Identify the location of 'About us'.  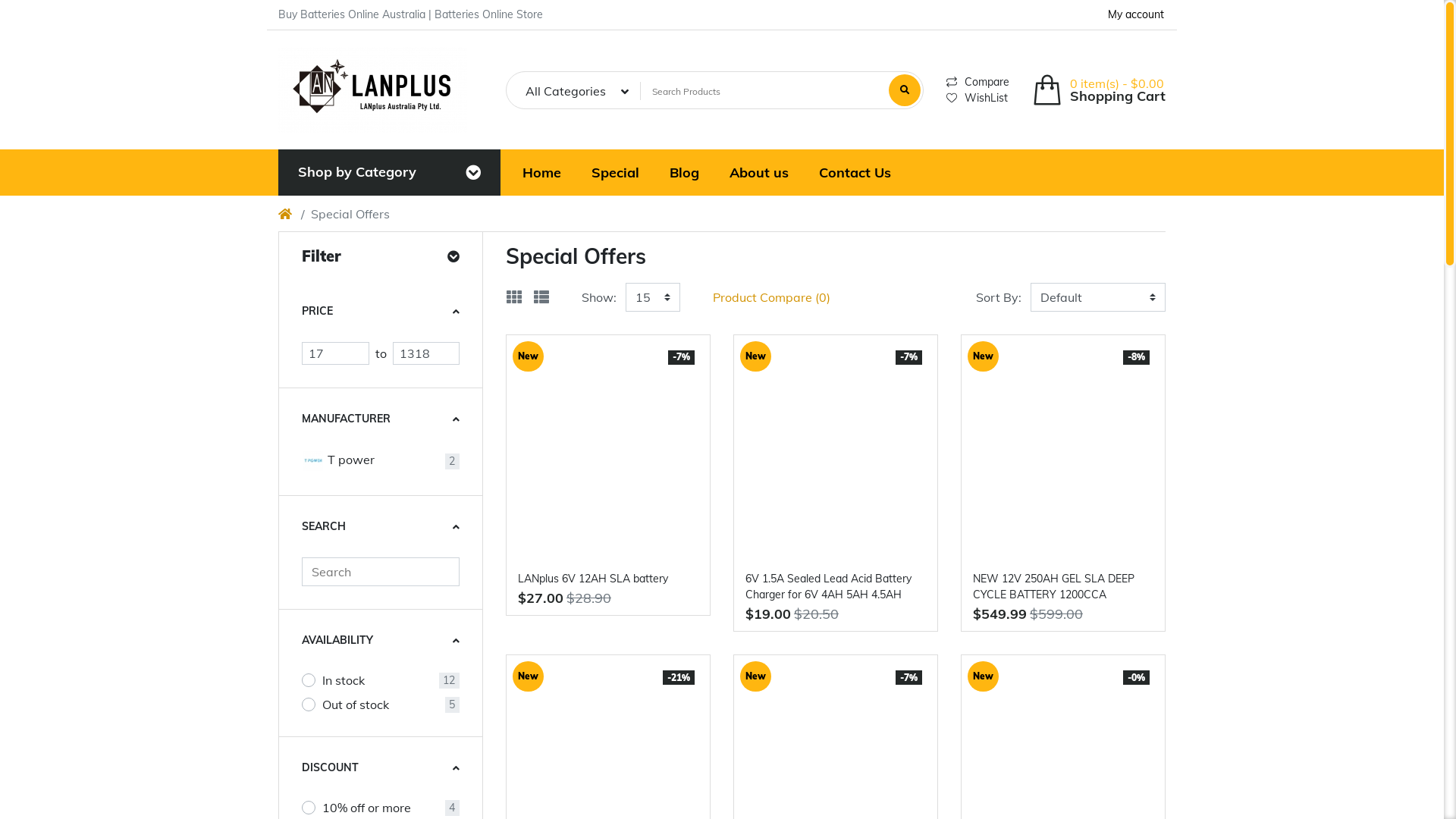
(759, 171).